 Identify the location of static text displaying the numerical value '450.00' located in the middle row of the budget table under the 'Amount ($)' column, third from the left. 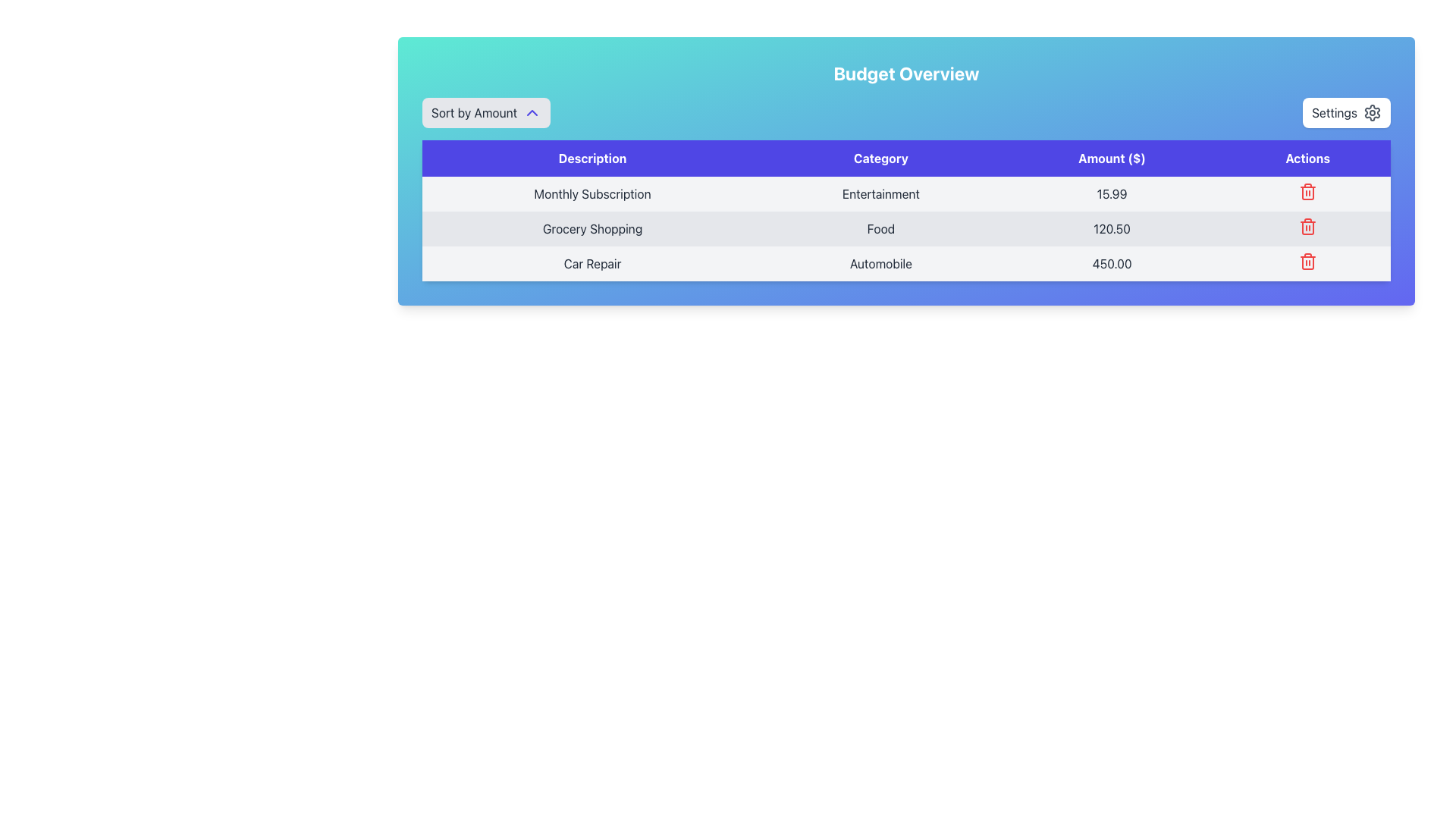
(1112, 262).